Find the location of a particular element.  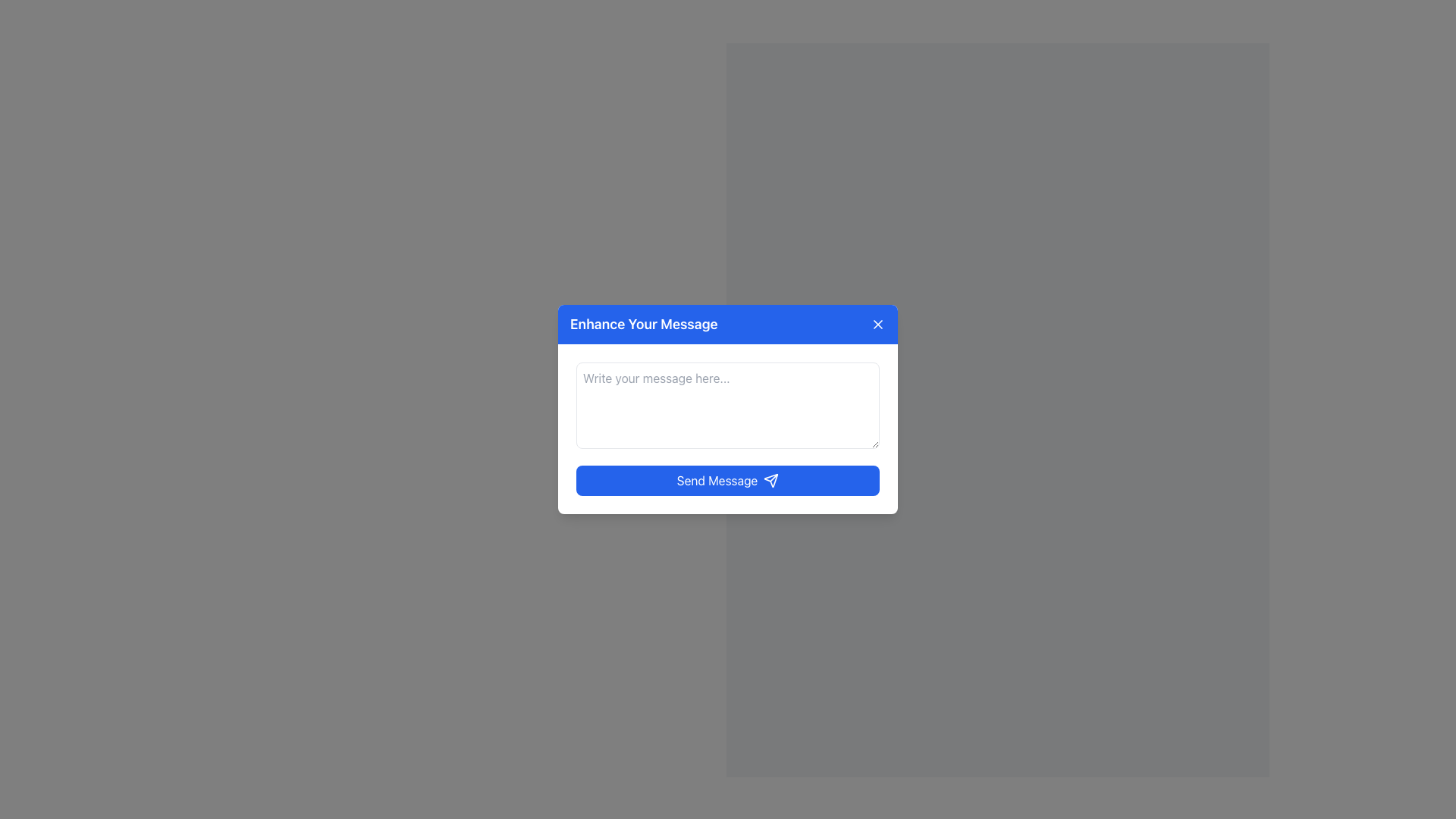

the X-shaped close icon located in the upper-right corner of the modal dialog box, which indicates the functionality for closing the modal is located at coordinates (877, 324).